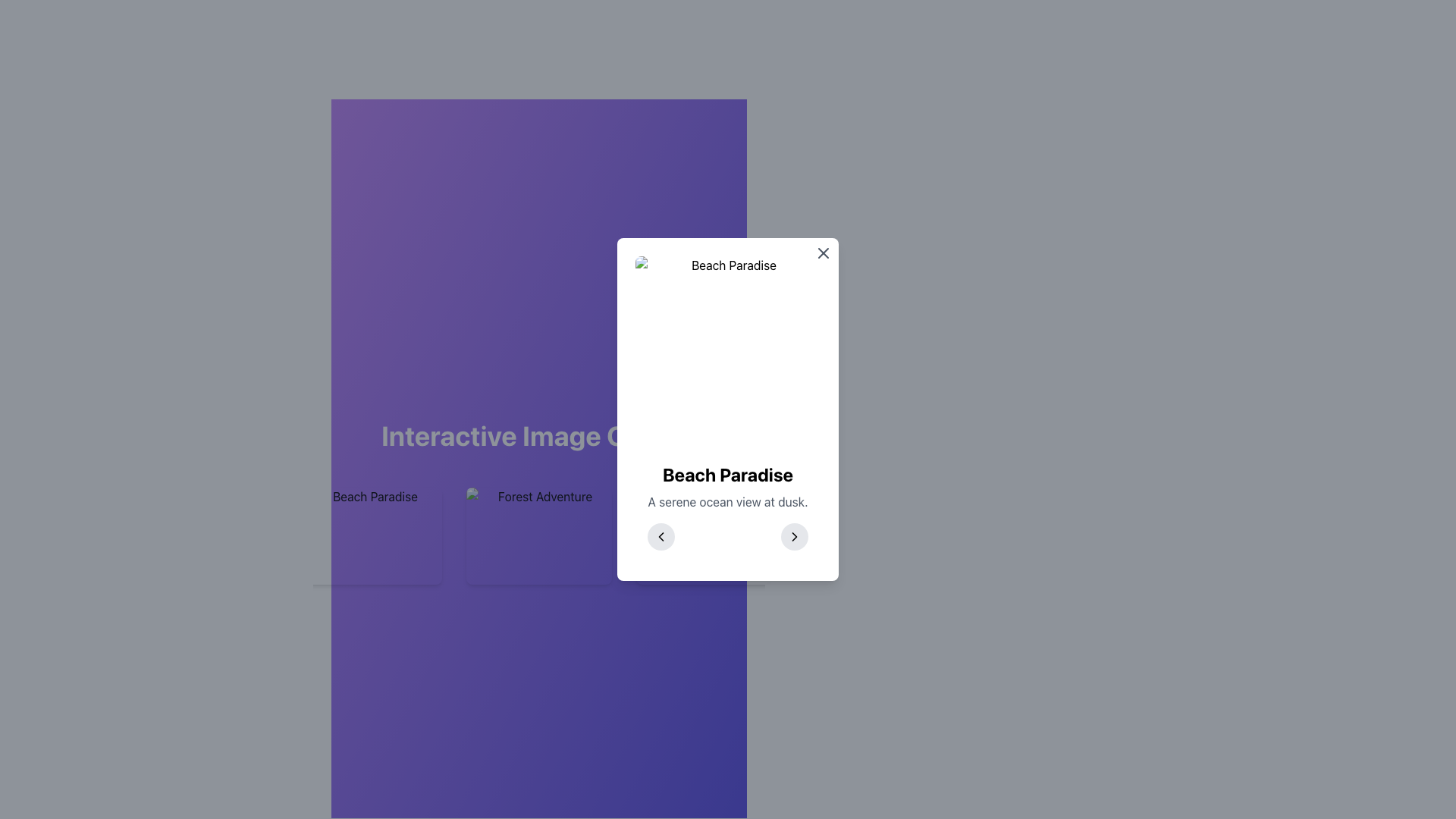  Describe the element at coordinates (661, 536) in the screenshot. I see `the navigation button icon located at the left side of the modal interface, below the 'Beach Paradise' title and description` at that location.